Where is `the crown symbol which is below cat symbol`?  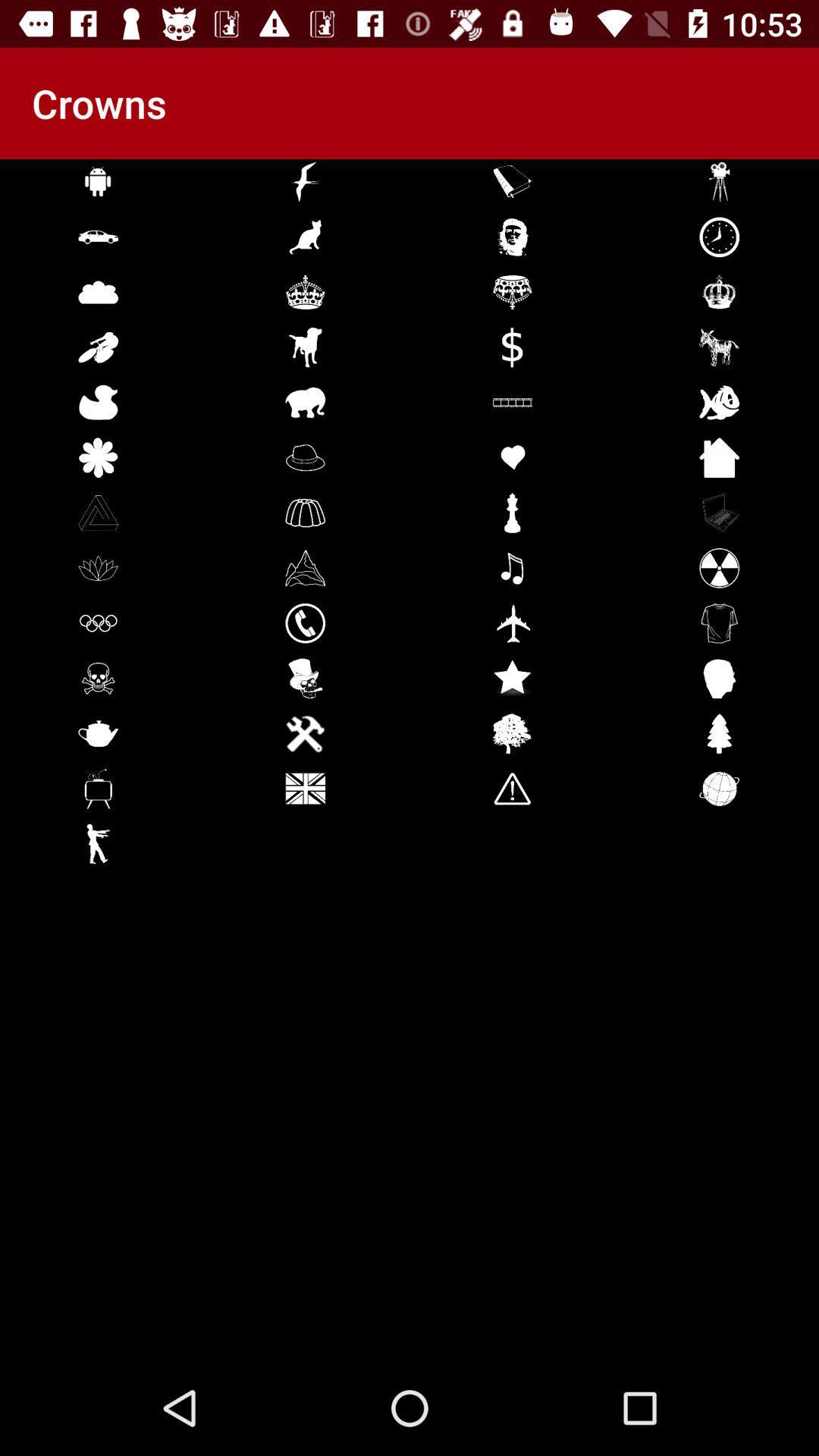
the crown symbol which is below cat symbol is located at coordinates (305, 292).